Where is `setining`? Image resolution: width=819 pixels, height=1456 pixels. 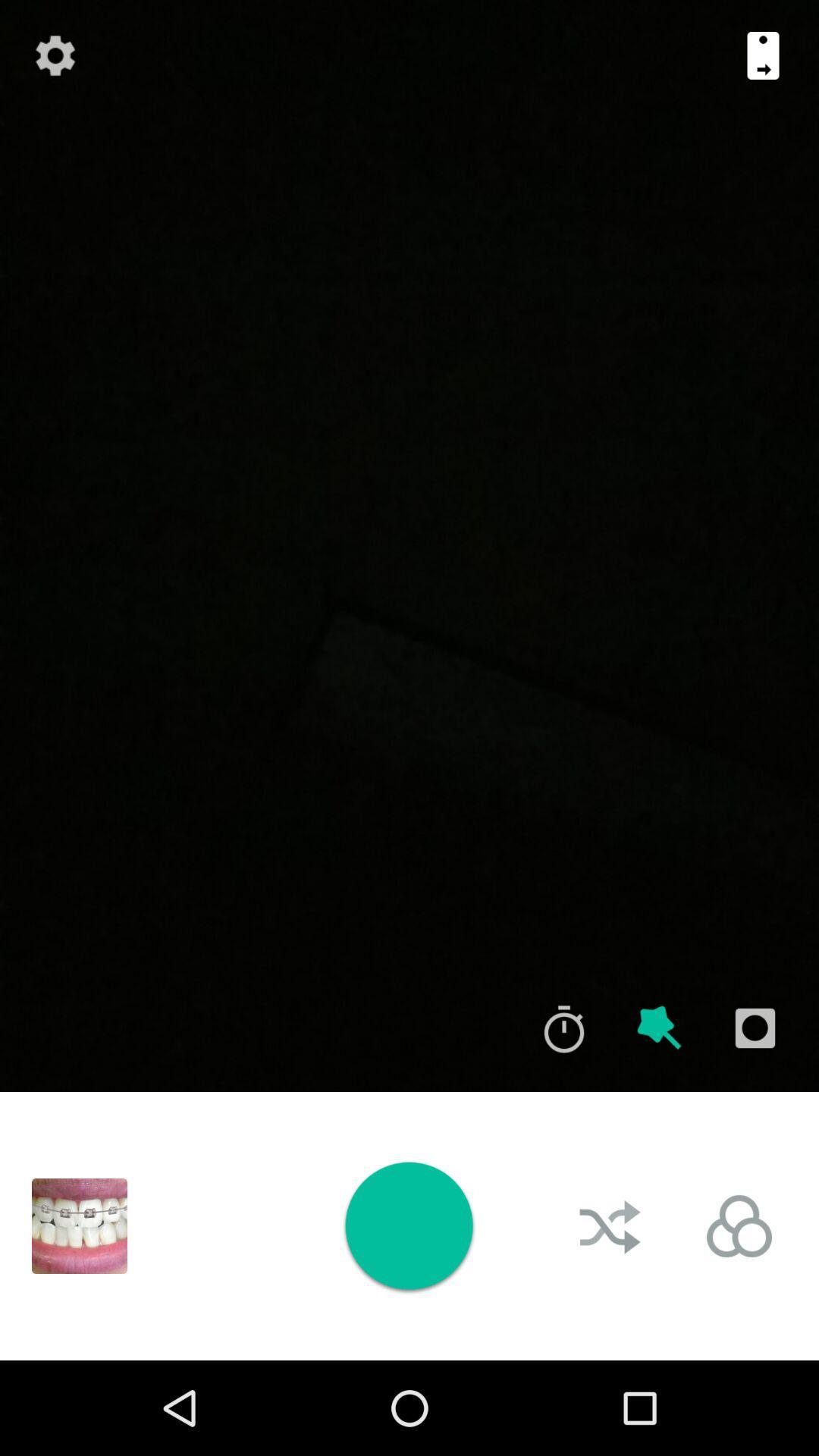 setining is located at coordinates (55, 55).